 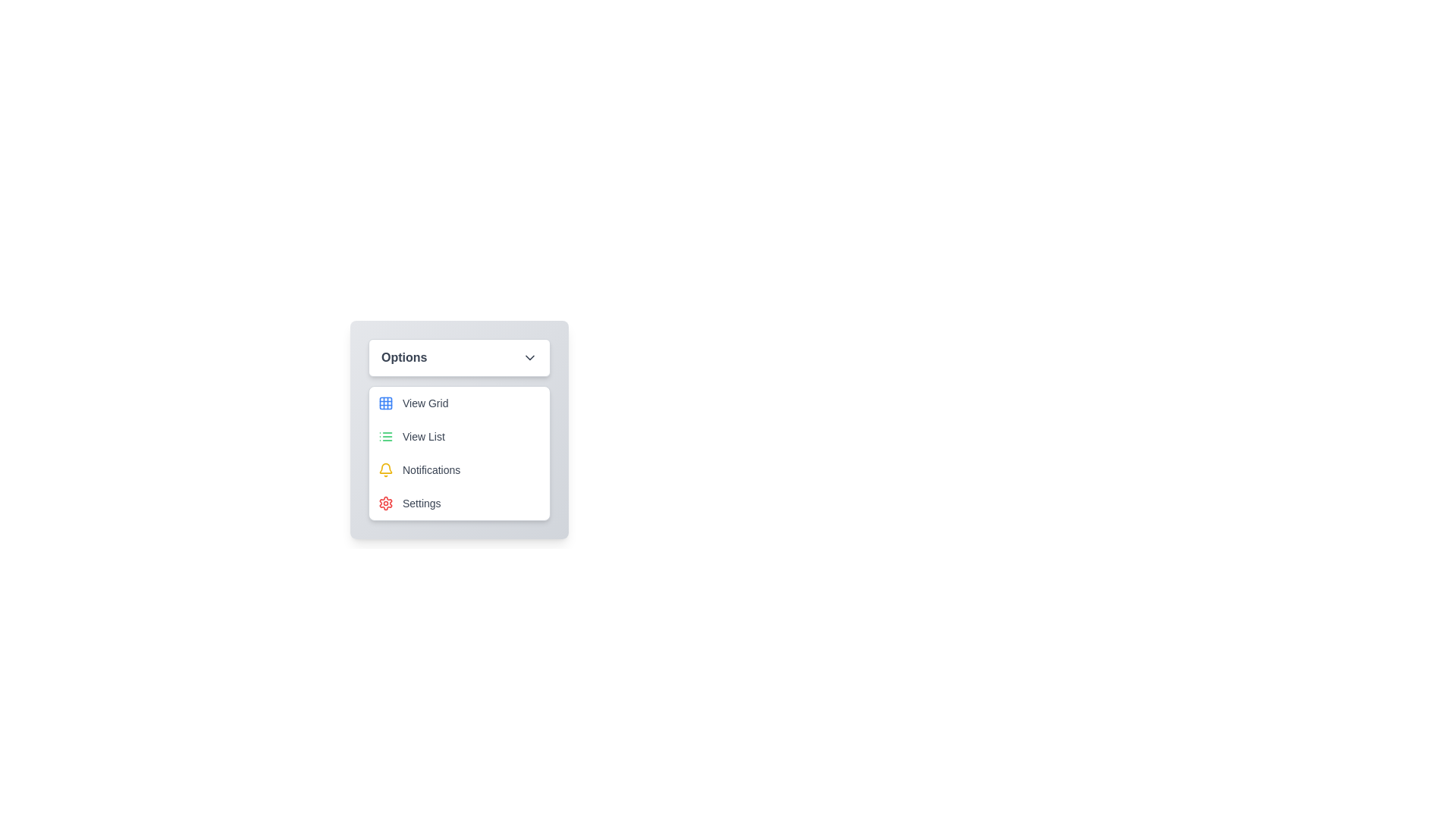 I want to click on the second item in the dropdown menu, which allows switching to the list view mode, using keyboard navigation, so click(x=458, y=436).